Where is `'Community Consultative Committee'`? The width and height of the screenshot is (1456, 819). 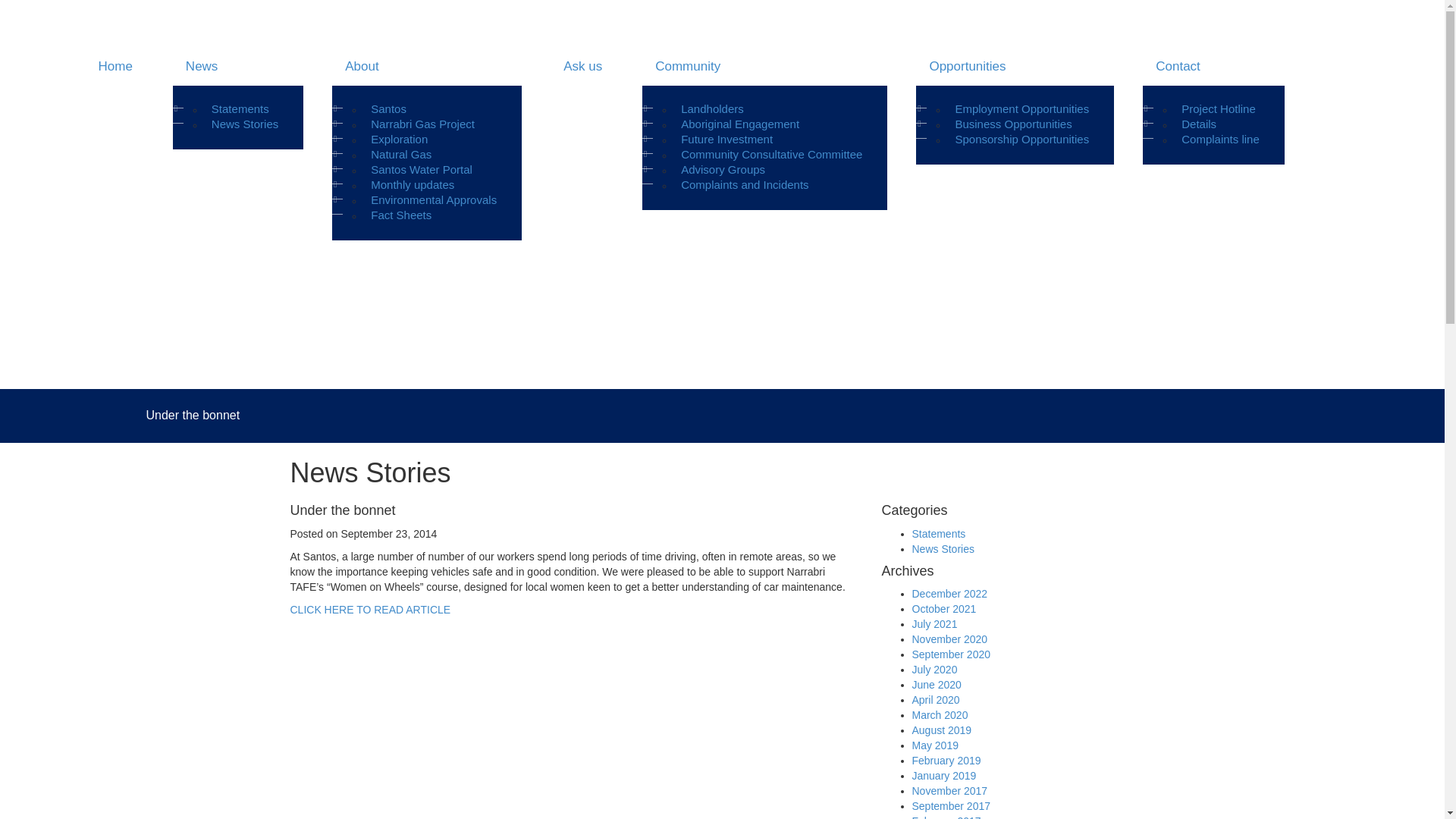
'Community Consultative Committee' is located at coordinates (673, 155).